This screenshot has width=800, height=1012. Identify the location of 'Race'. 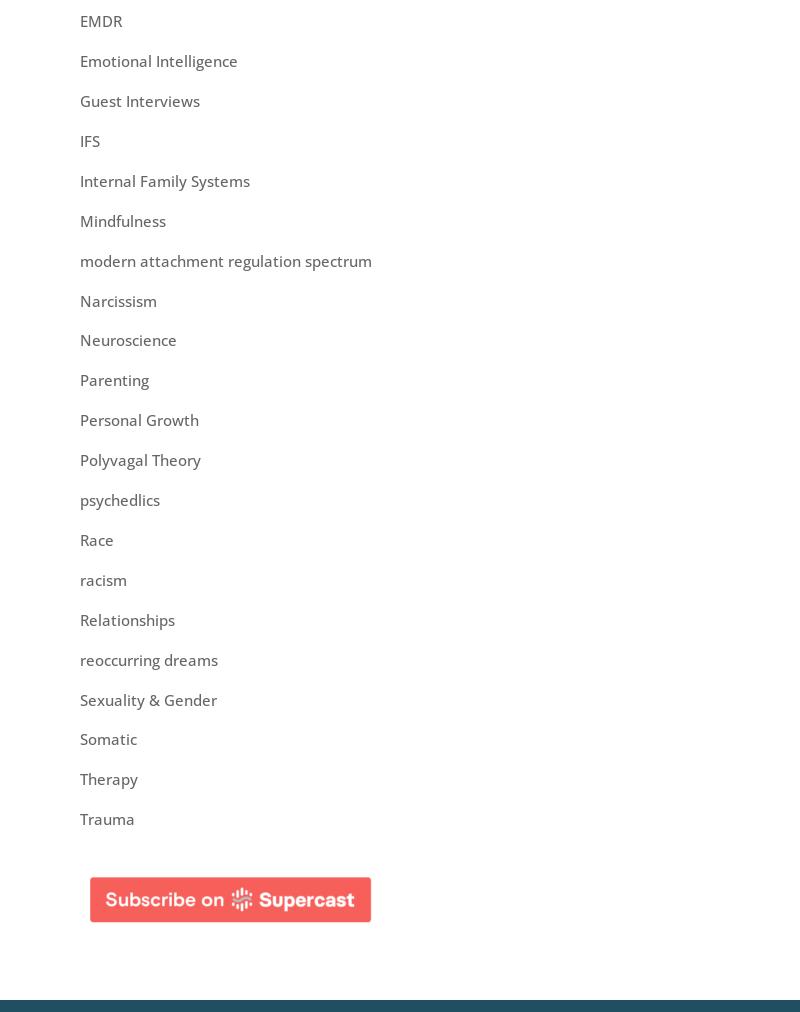
(96, 537).